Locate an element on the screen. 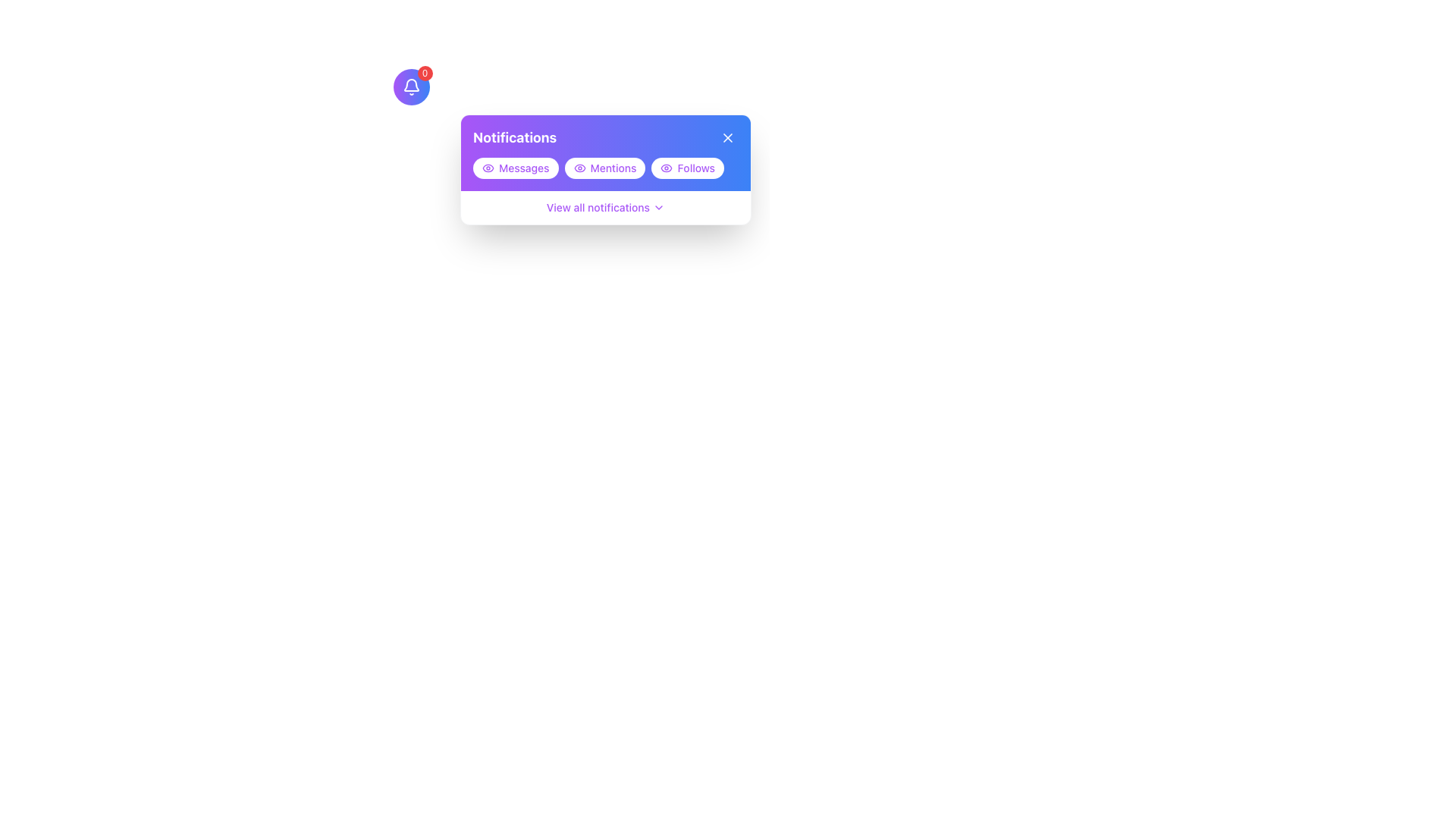 This screenshot has height=819, width=1456. the close button for the notifications panel, located at the top-right corner of the panel with a purple background is located at coordinates (728, 137).